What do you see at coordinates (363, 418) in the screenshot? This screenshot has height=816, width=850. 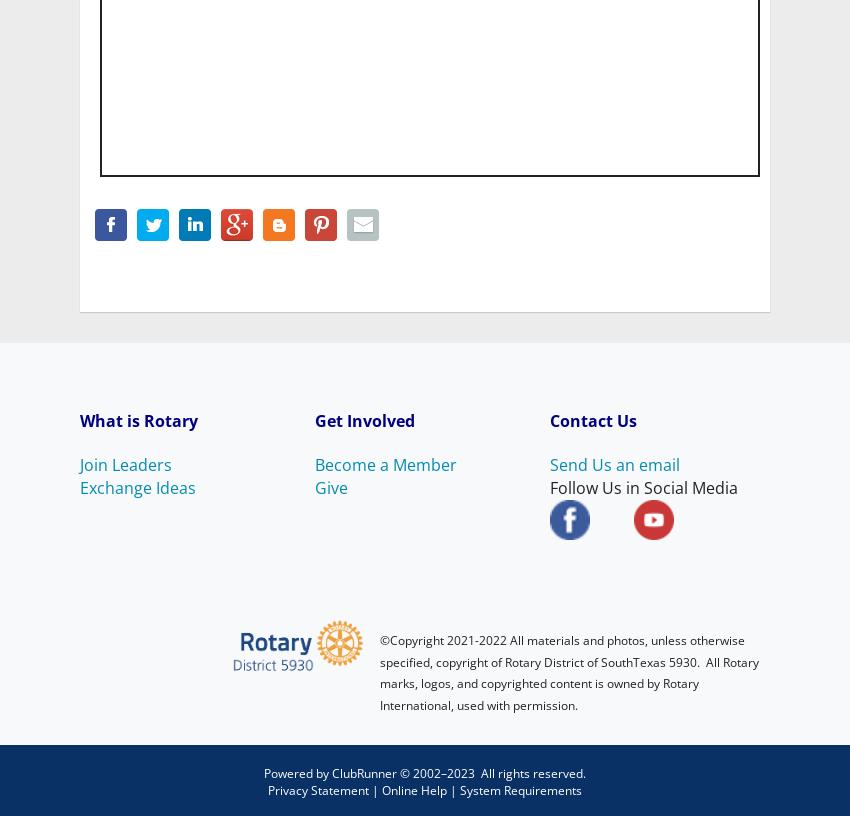 I see `'Get Involved'` at bounding box center [363, 418].